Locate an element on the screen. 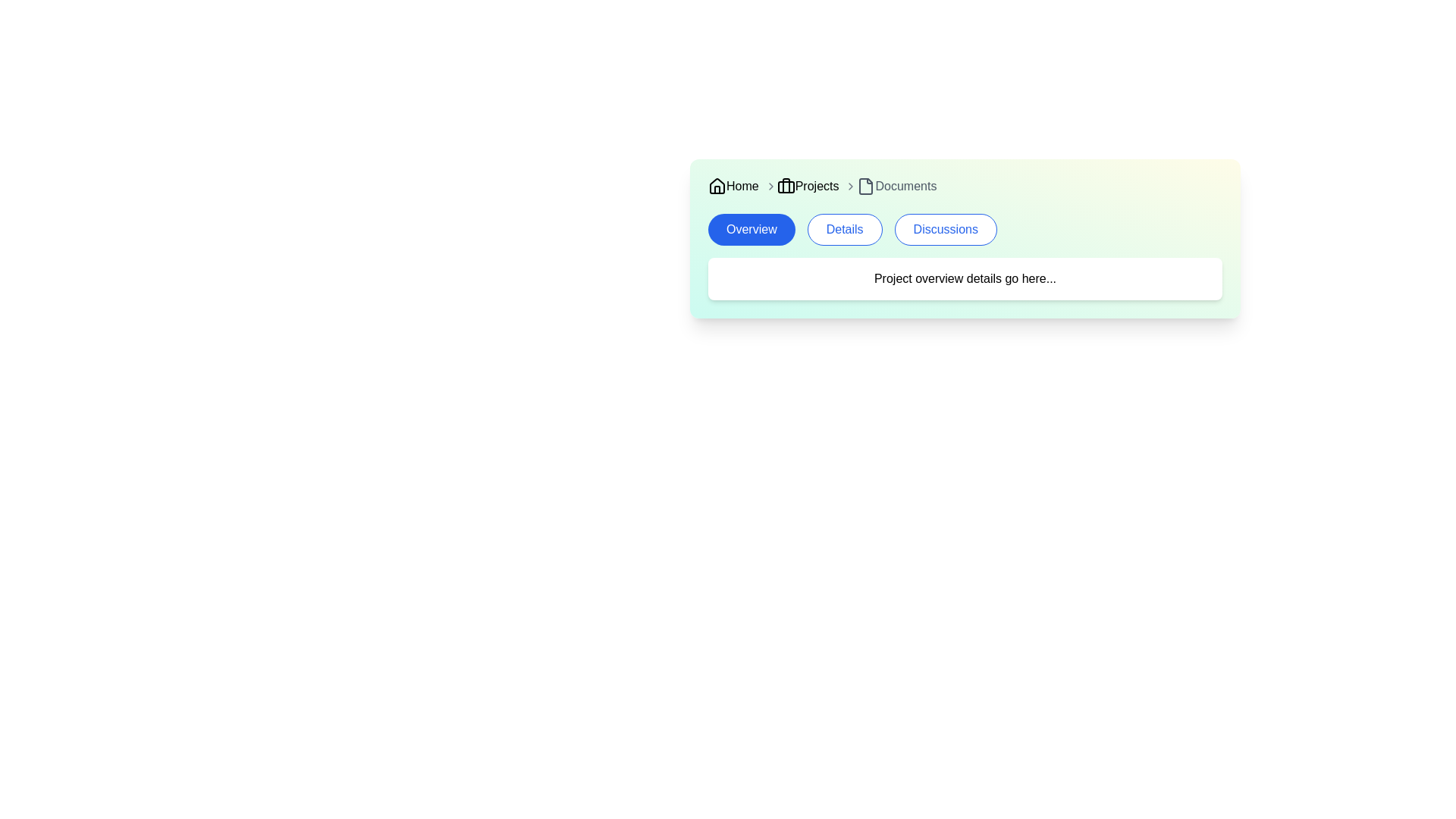  the 'Documents' breadcrumb item, which is styled with a small document icon and is the last item in the breadcrumb navigation bar is located at coordinates (891, 186).